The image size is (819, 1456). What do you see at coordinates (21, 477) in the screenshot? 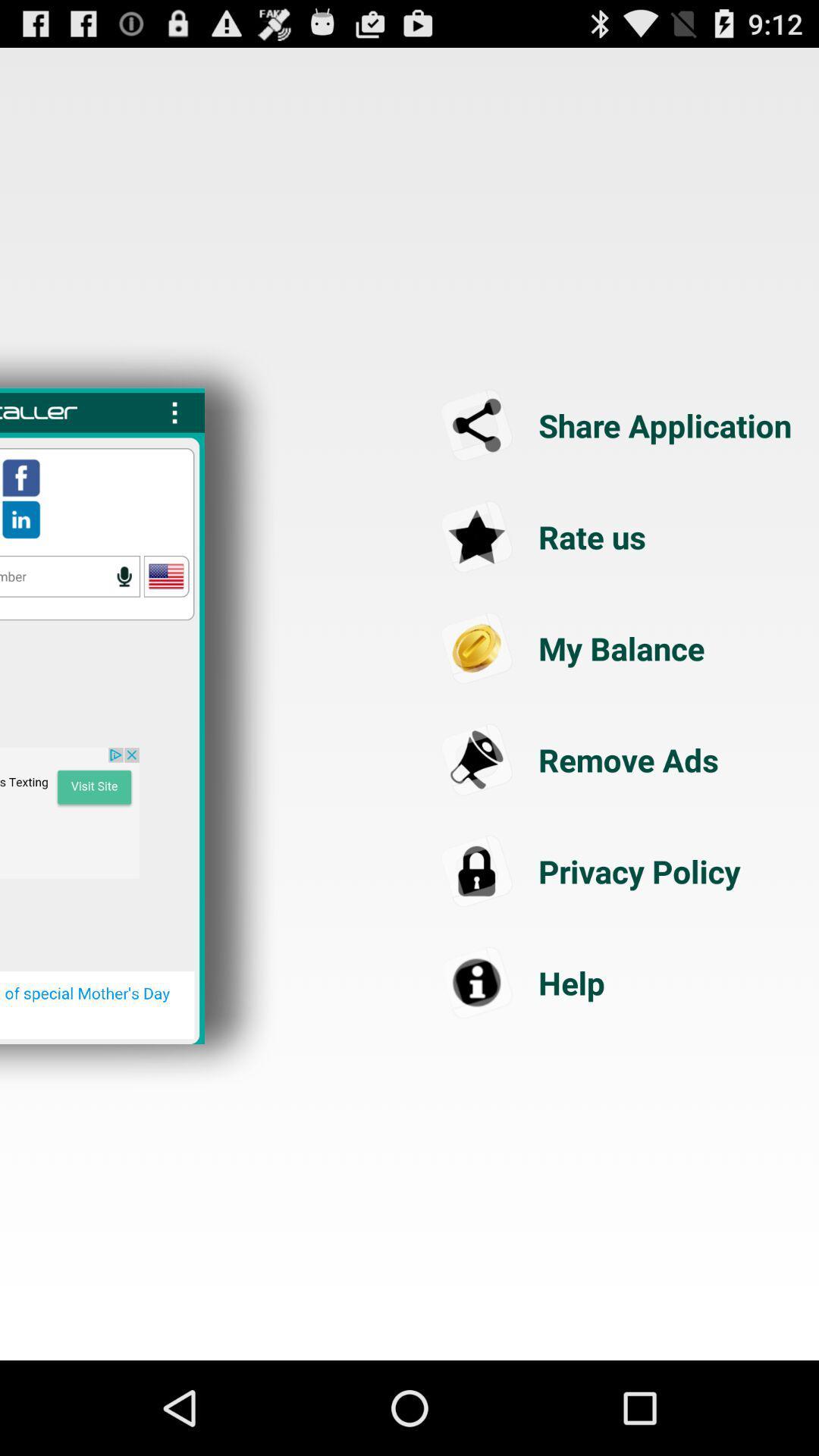
I see `facebook` at bounding box center [21, 477].